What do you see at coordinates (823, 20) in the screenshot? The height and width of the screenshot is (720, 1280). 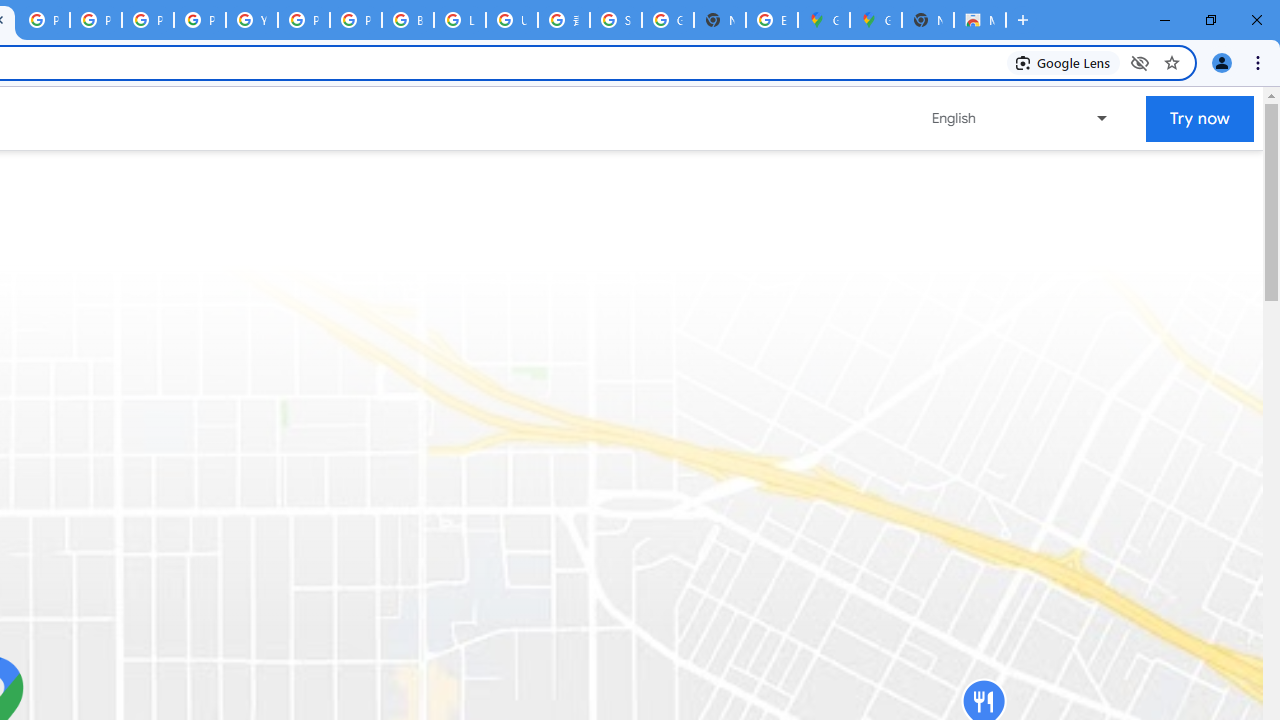 I see `'Google Maps'` at bounding box center [823, 20].